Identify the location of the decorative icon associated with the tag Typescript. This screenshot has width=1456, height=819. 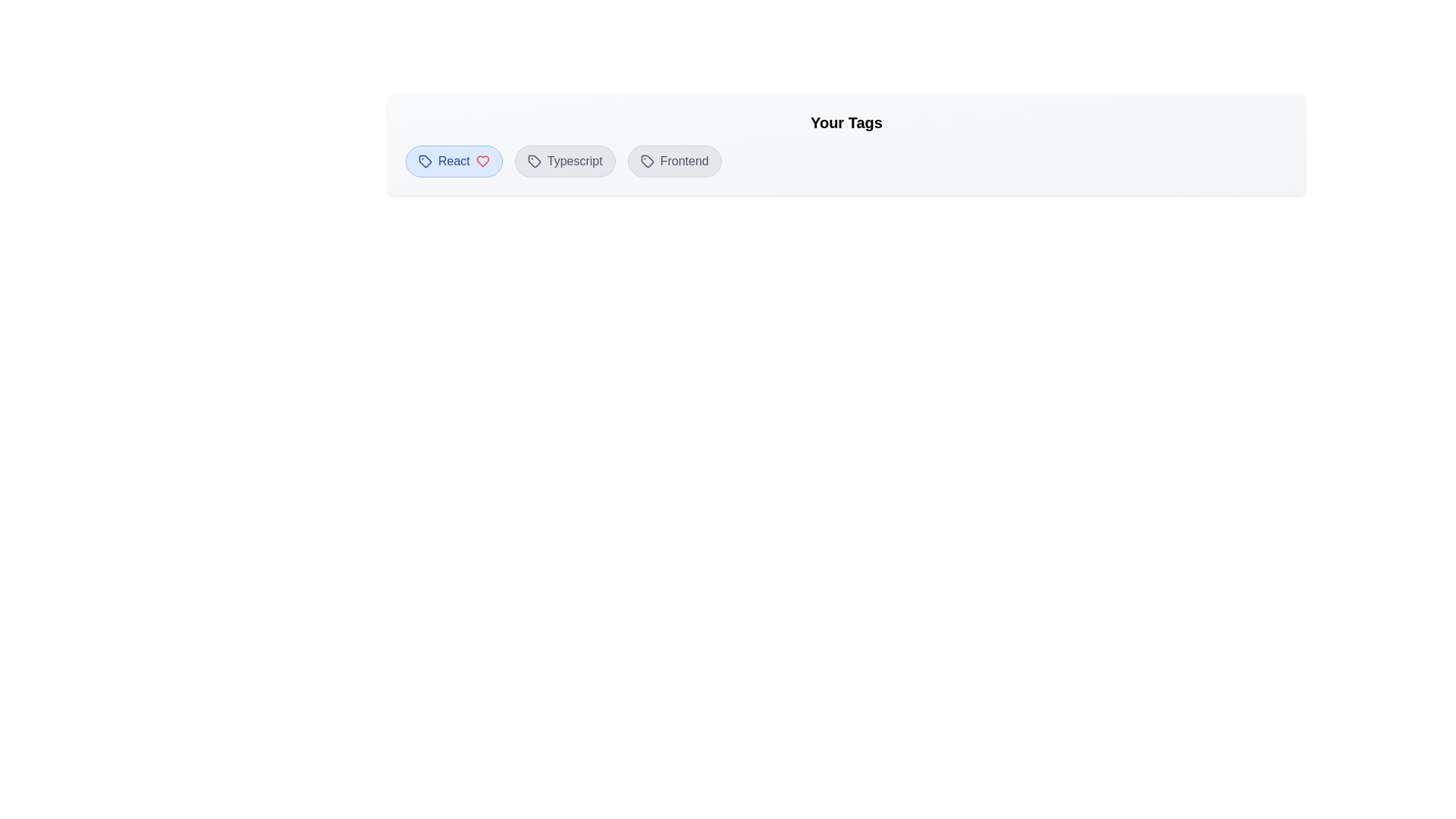
(534, 161).